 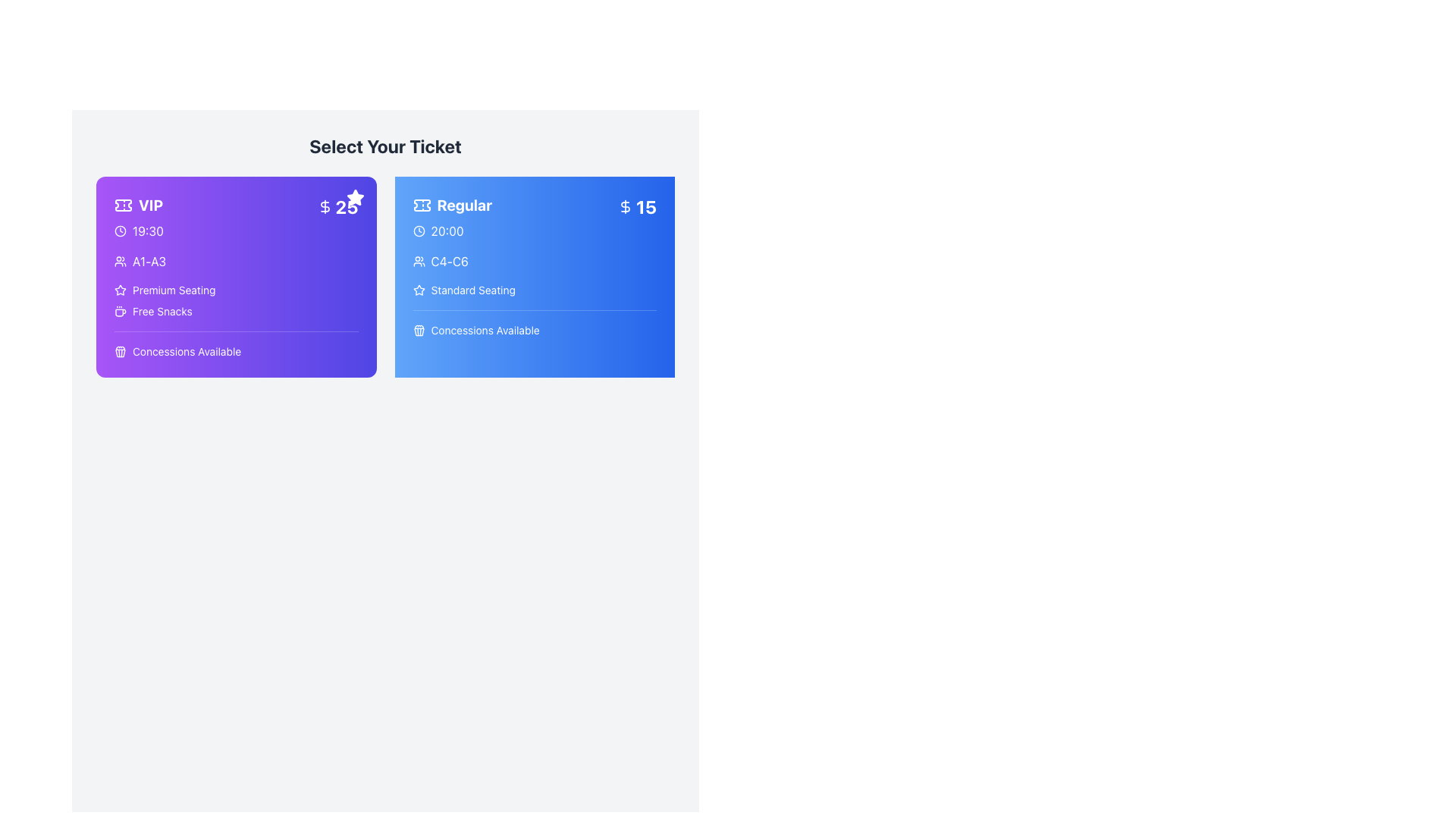 What do you see at coordinates (354, 196) in the screenshot?
I see `the icon located at the top right corner of the purple 'VIP $25' ticket card, which indicates a special feature or promotion associated with the VIP ticket` at bounding box center [354, 196].